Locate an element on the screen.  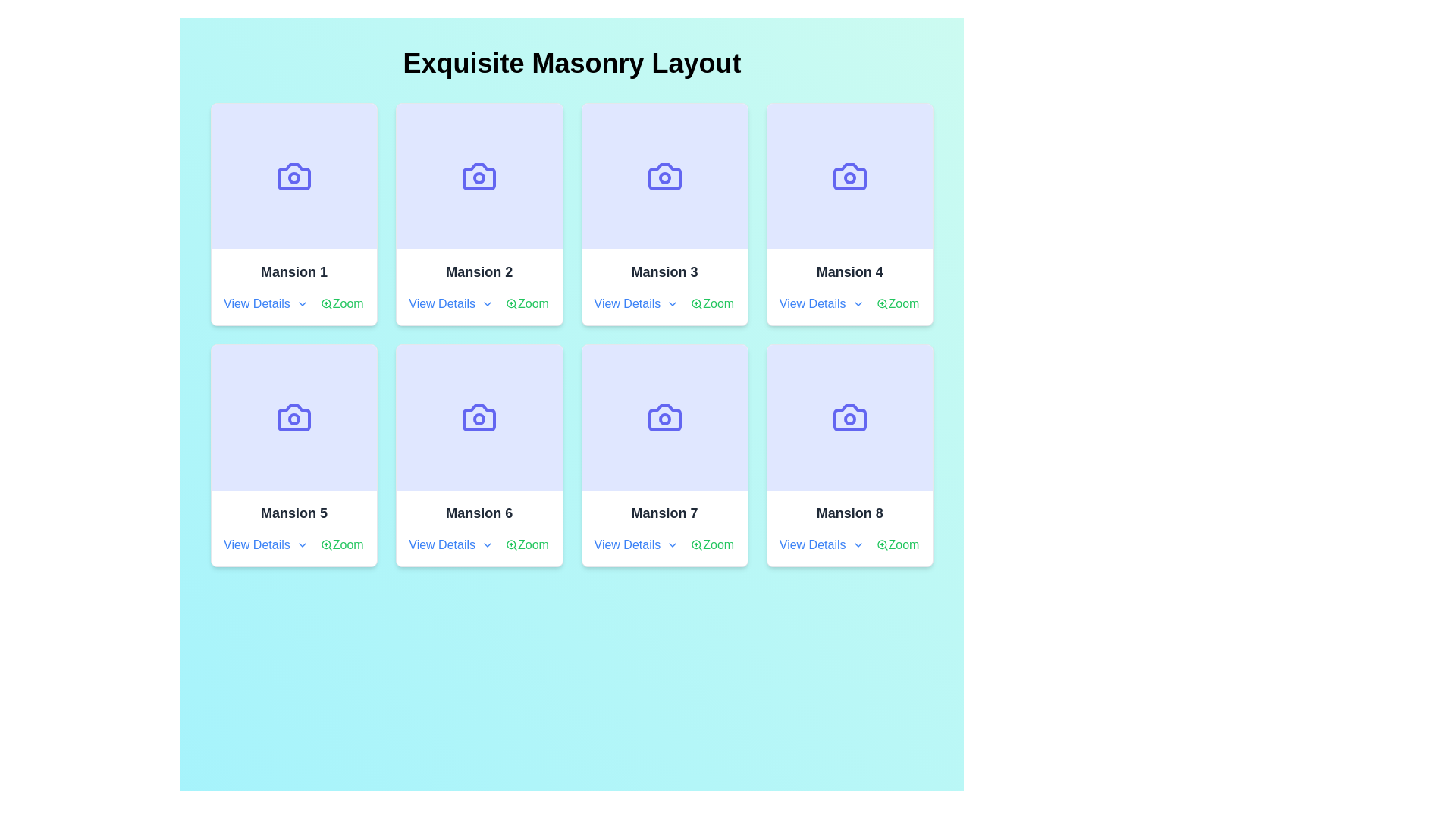
the indigo camera icon located within the 'Mansion 7' card in the second row, third column of the grid layout is located at coordinates (664, 418).